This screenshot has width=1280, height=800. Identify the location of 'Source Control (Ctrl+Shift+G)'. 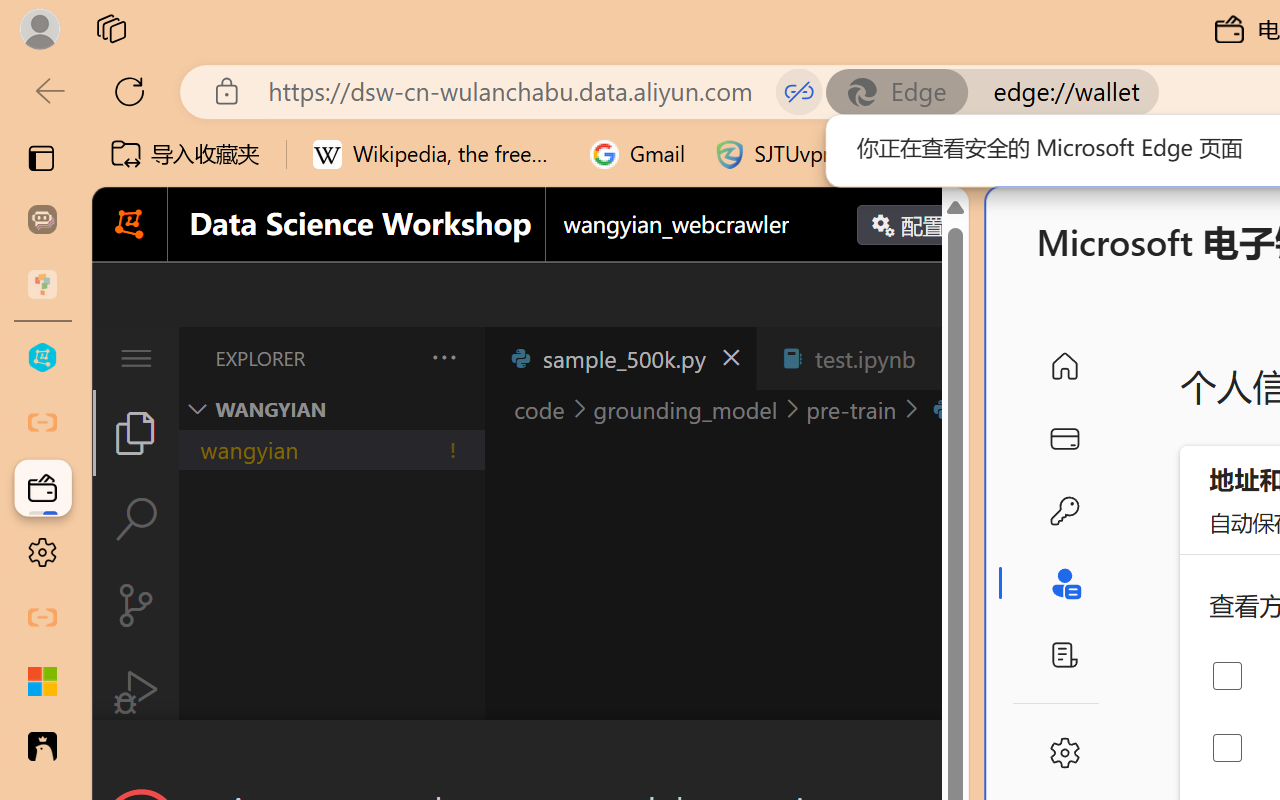
(134, 605).